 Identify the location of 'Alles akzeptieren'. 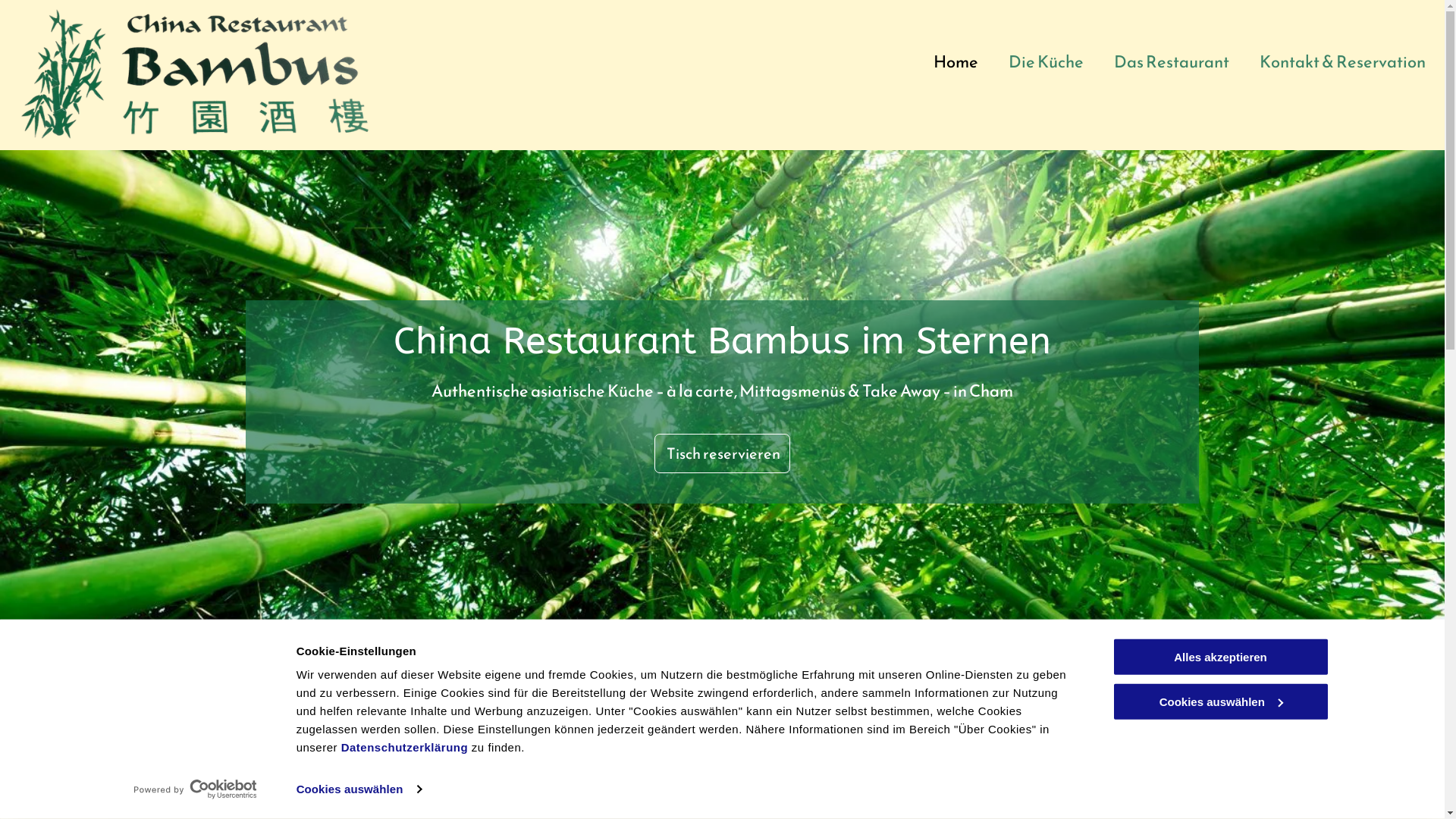
(1219, 656).